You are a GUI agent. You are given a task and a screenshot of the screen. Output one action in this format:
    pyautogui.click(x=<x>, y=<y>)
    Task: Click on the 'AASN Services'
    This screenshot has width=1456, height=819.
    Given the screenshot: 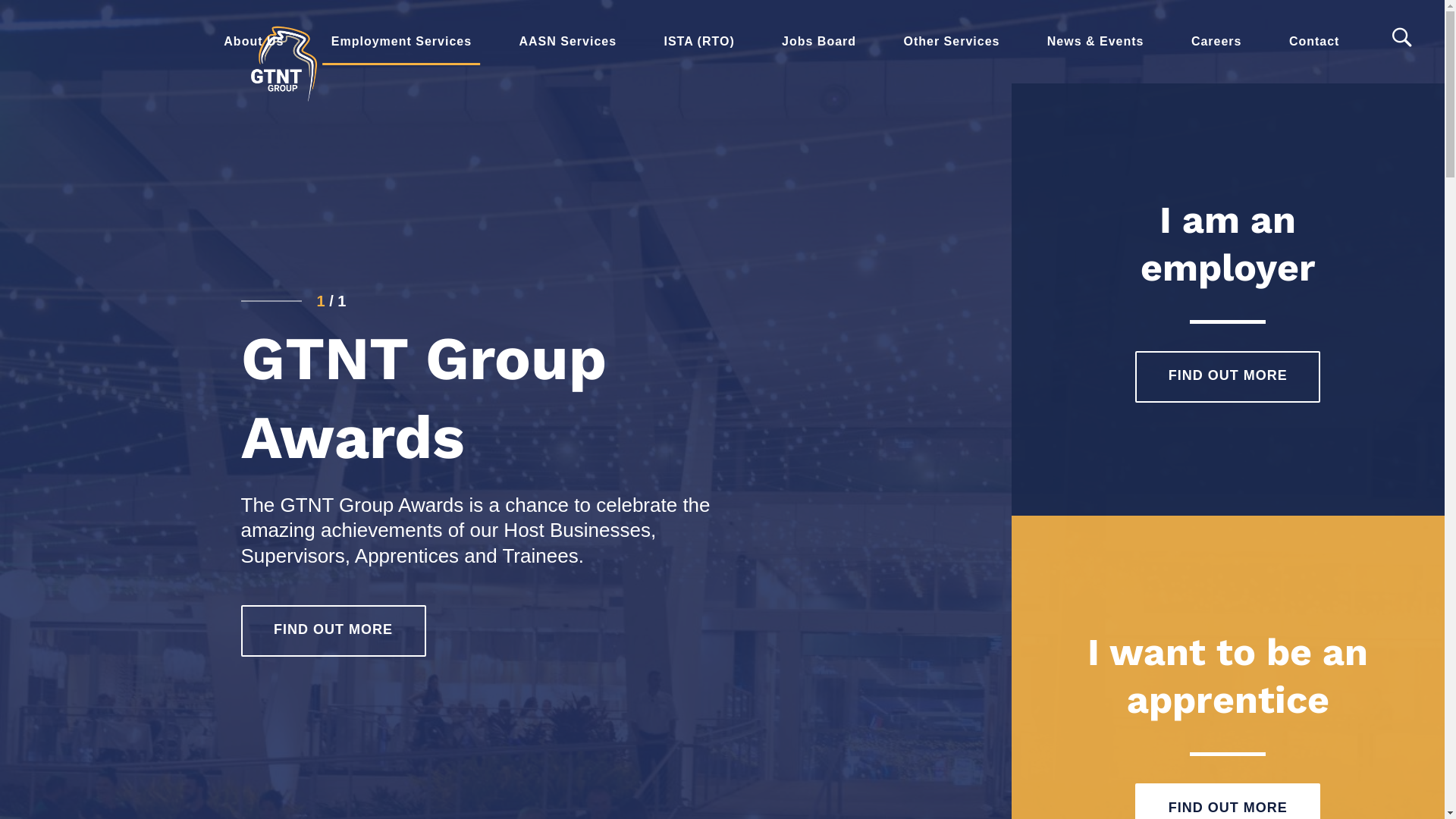 What is the action you would take?
    pyautogui.click(x=494, y=40)
    